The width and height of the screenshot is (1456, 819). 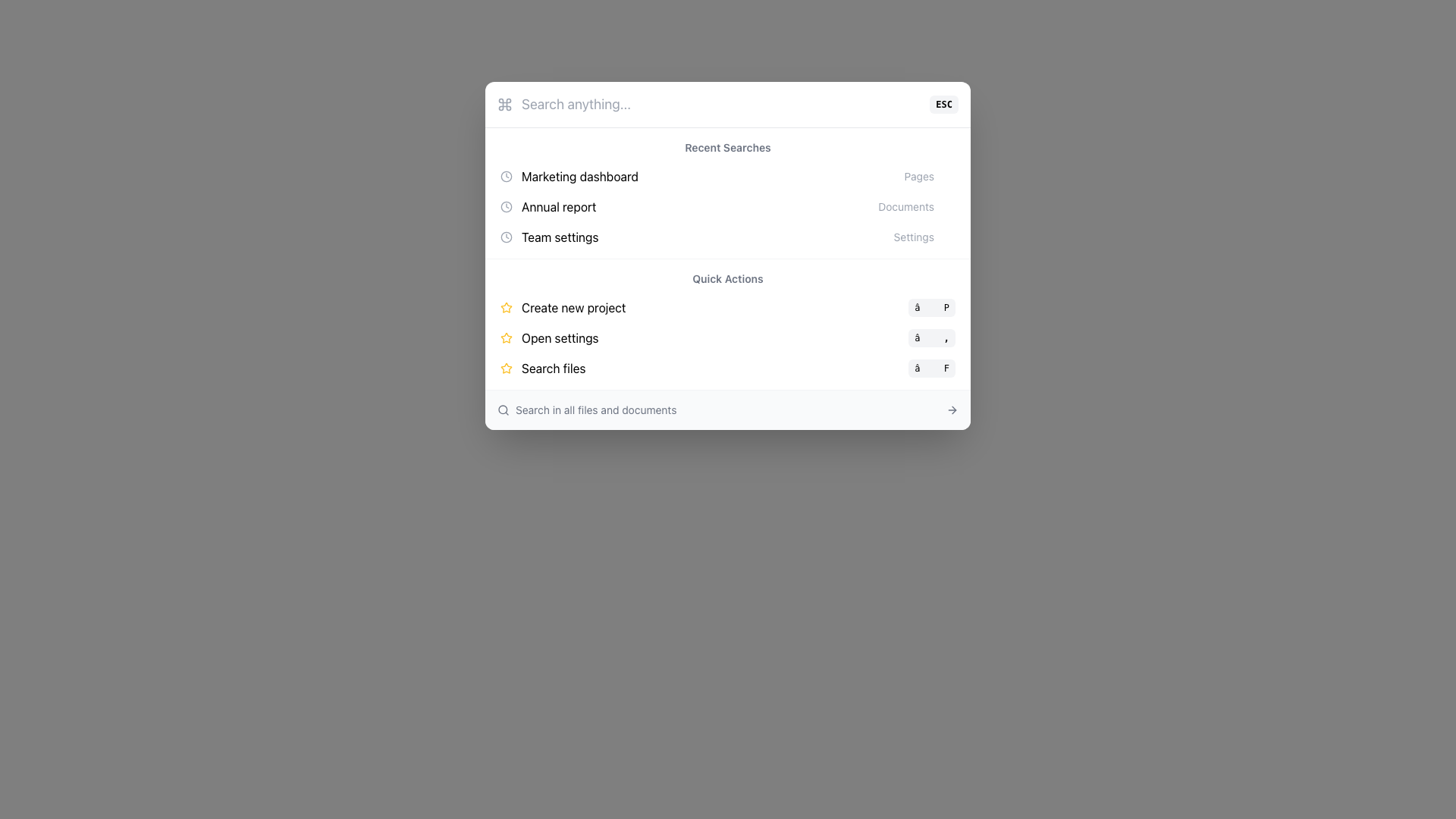 I want to click on the icon located in the leftmost section of the 'Search files' list item under the 'Quick Actions' section, so click(x=506, y=369).